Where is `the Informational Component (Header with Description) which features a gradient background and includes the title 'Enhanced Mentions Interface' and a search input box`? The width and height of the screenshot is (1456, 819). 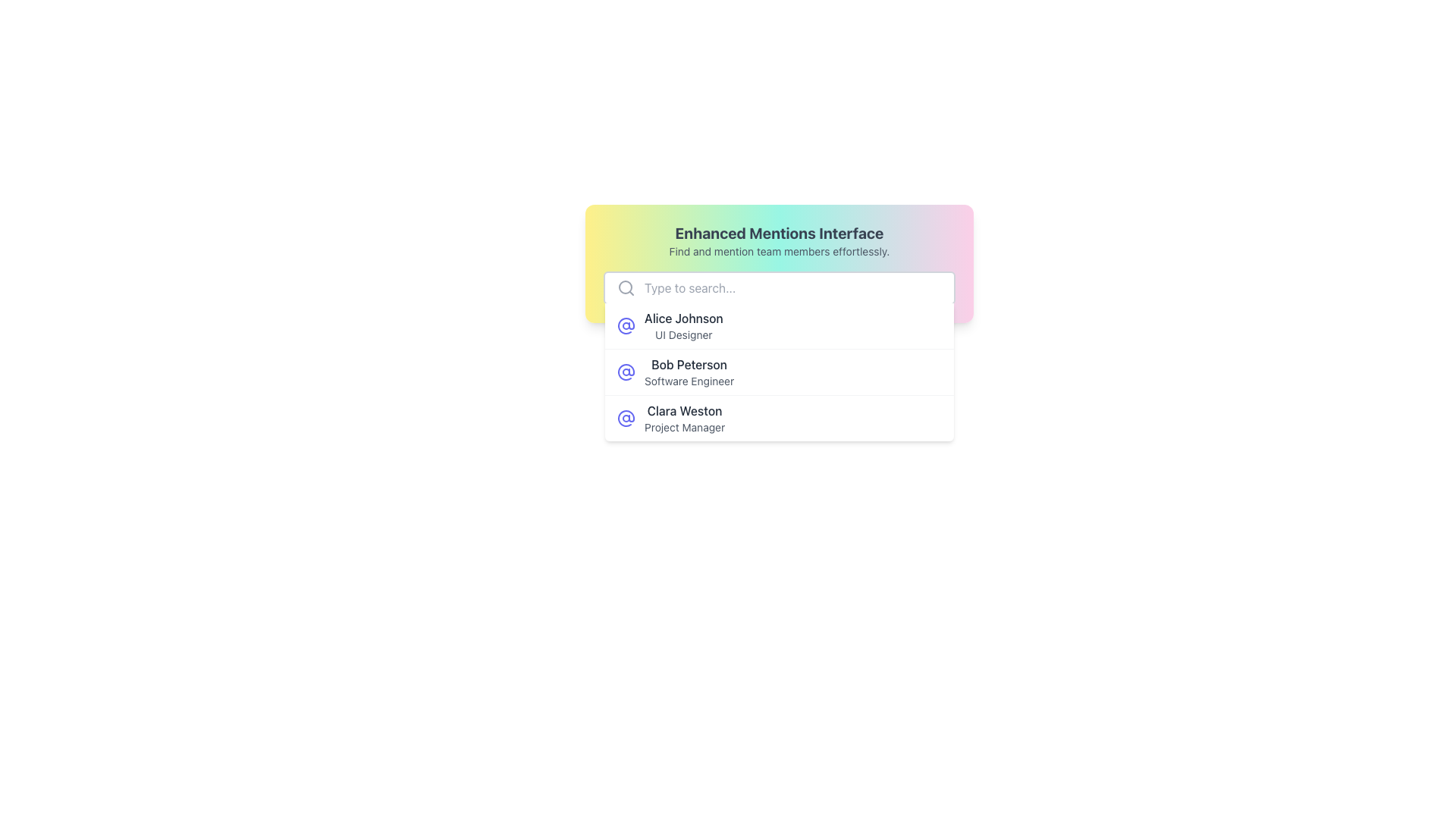
the Informational Component (Header with Description) which features a gradient background and includes the title 'Enhanced Mentions Interface' and a search input box is located at coordinates (779, 262).